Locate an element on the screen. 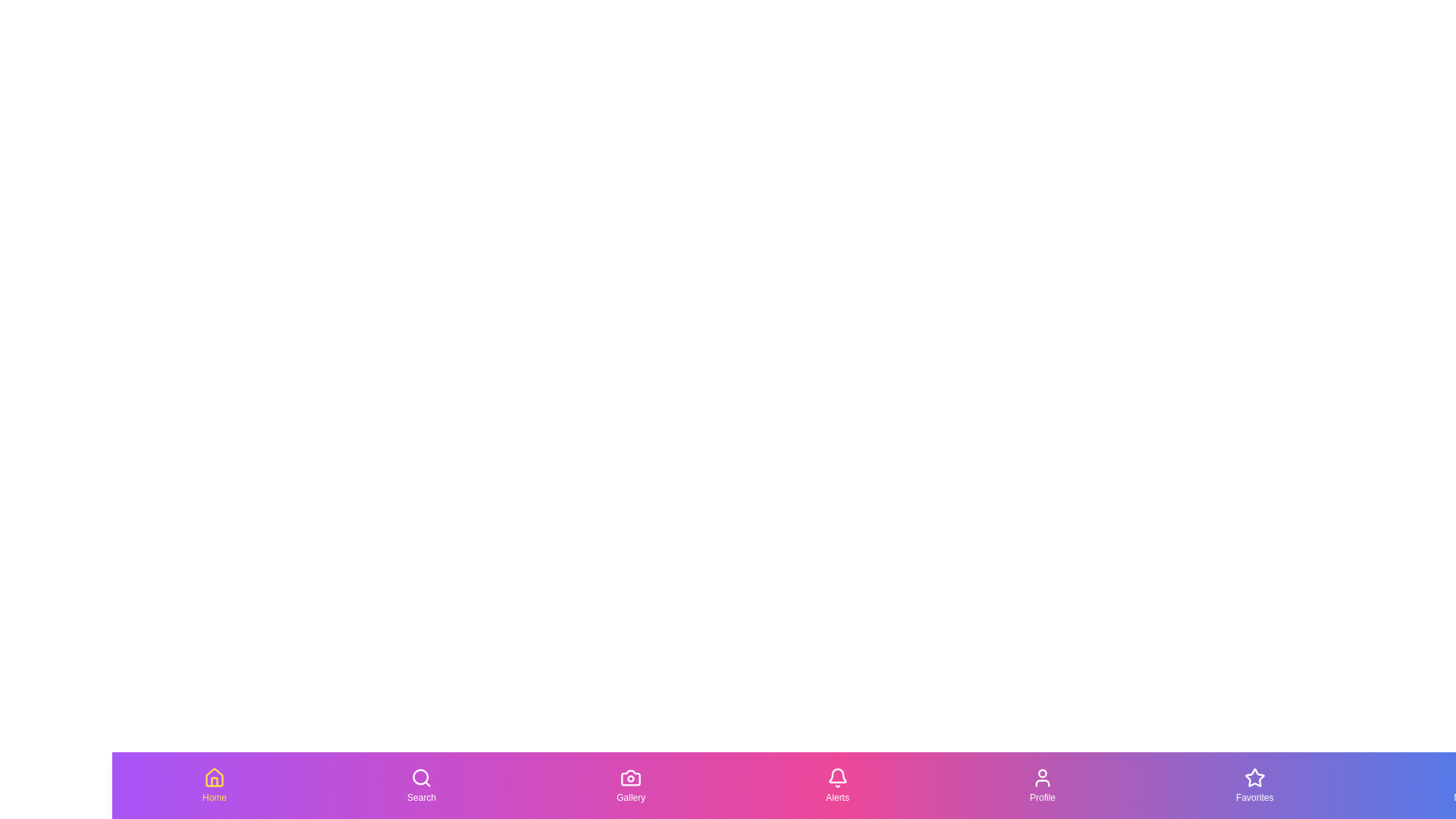 Image resolution: width=1456 pixels, height=819 pixels. the button labeled Favorites to observe the hover effect is located at coordinates (1254, 785).